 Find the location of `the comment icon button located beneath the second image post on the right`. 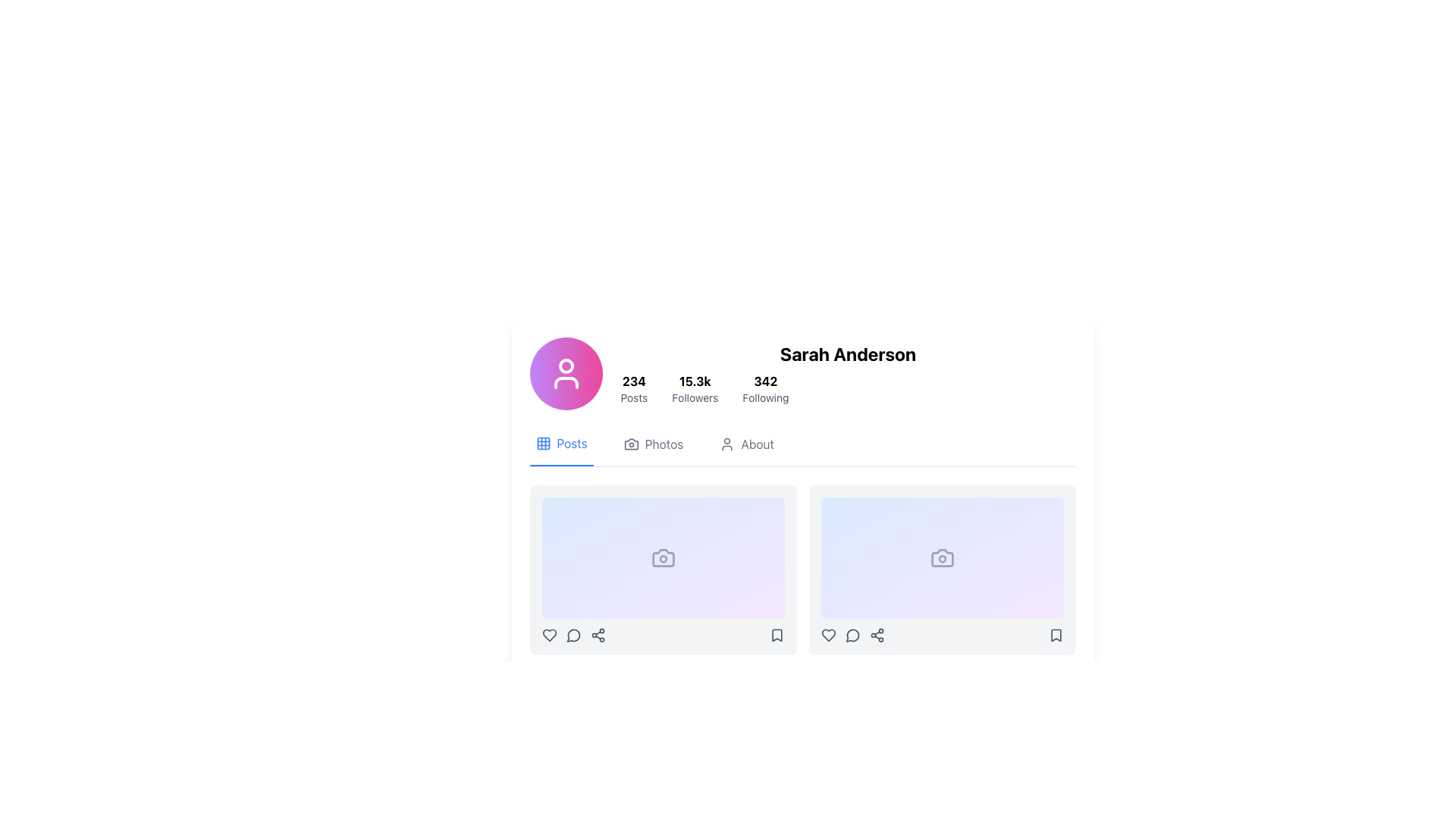

the comment icon button located beneath the second image post on the right is located at coordinates (852, 635).